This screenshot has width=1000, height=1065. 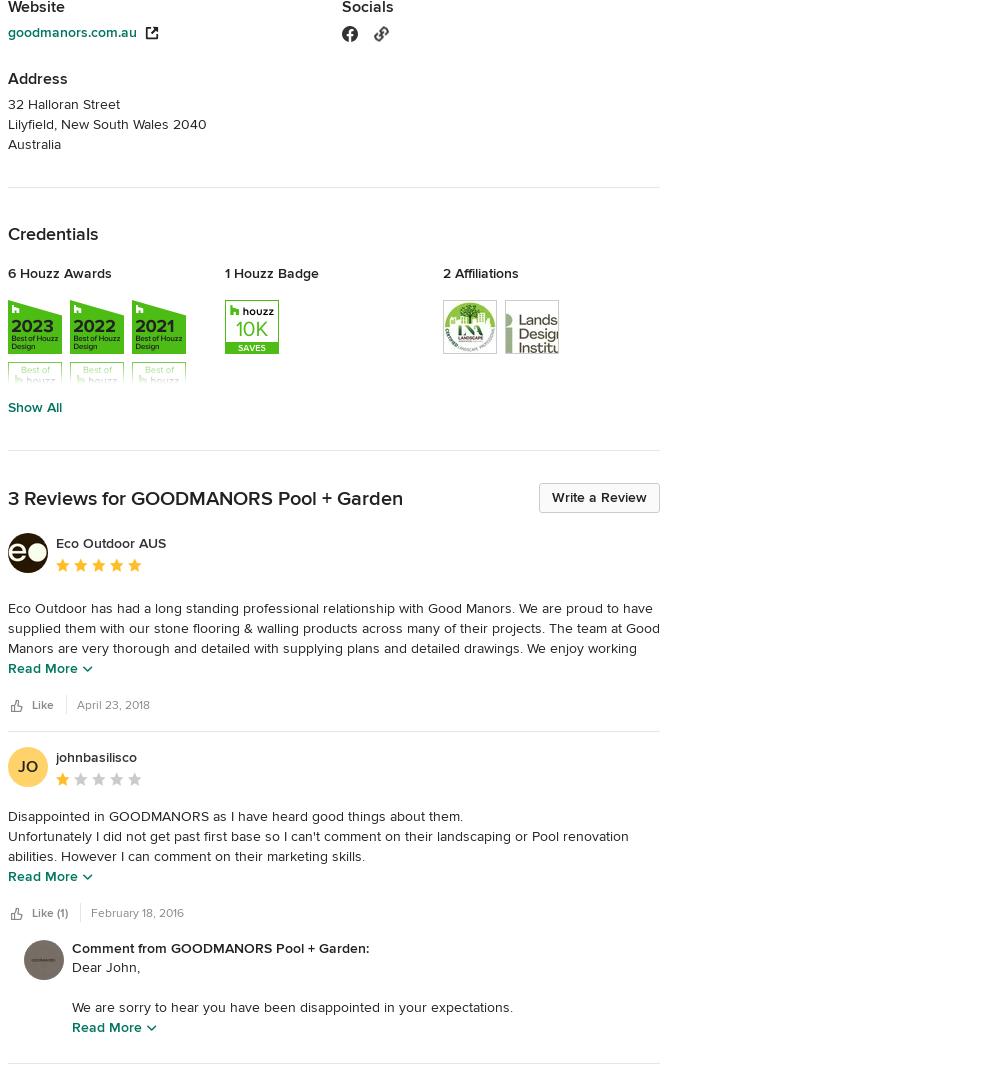 I want to click on '2 Affiliations', so click(x=479, y=272).